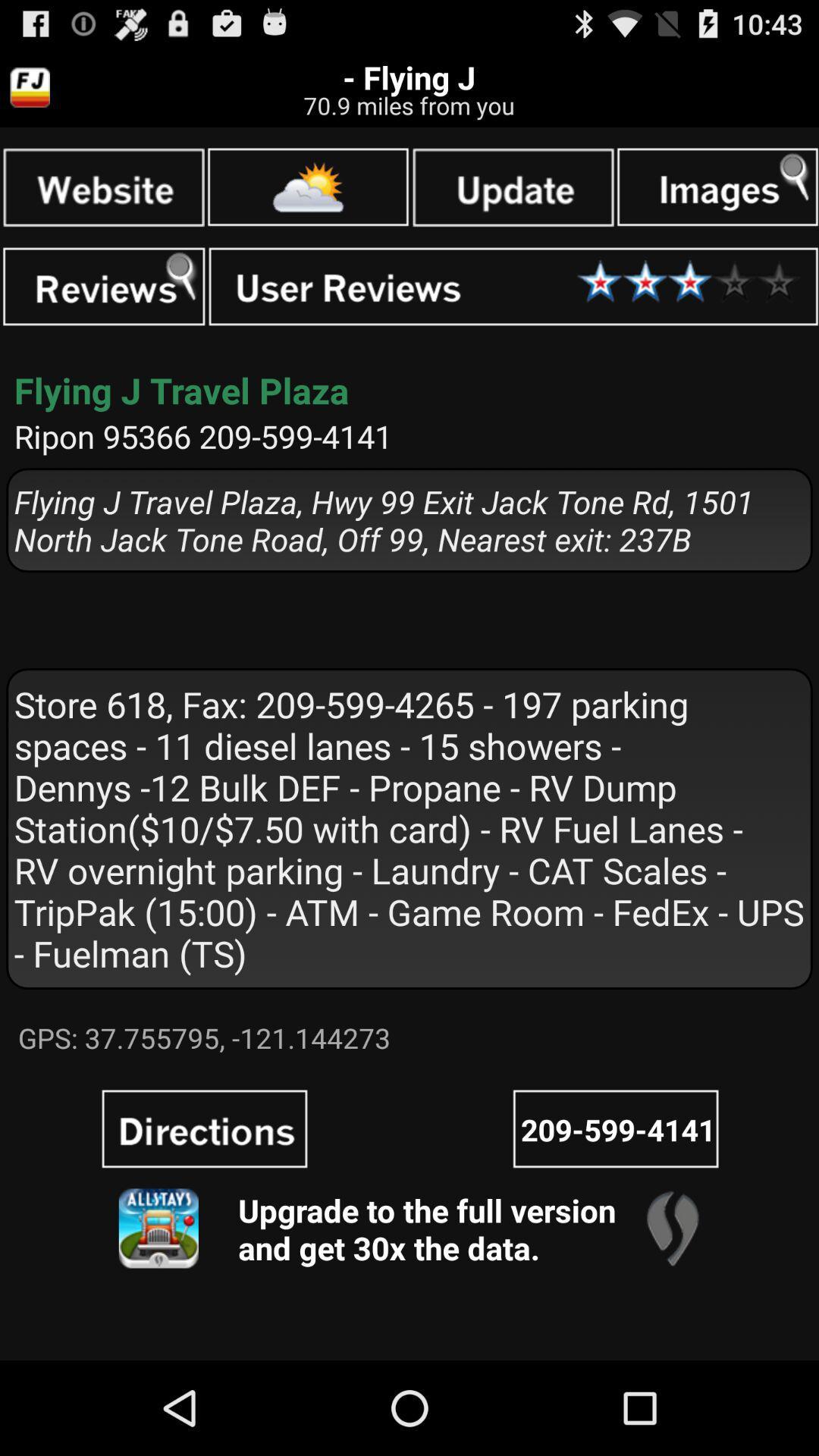 This screenshot has height=1456, width=819. What do you see at coordinates (717, 186) in the screenshot?
I see `images` at bounding box center [717, 186].